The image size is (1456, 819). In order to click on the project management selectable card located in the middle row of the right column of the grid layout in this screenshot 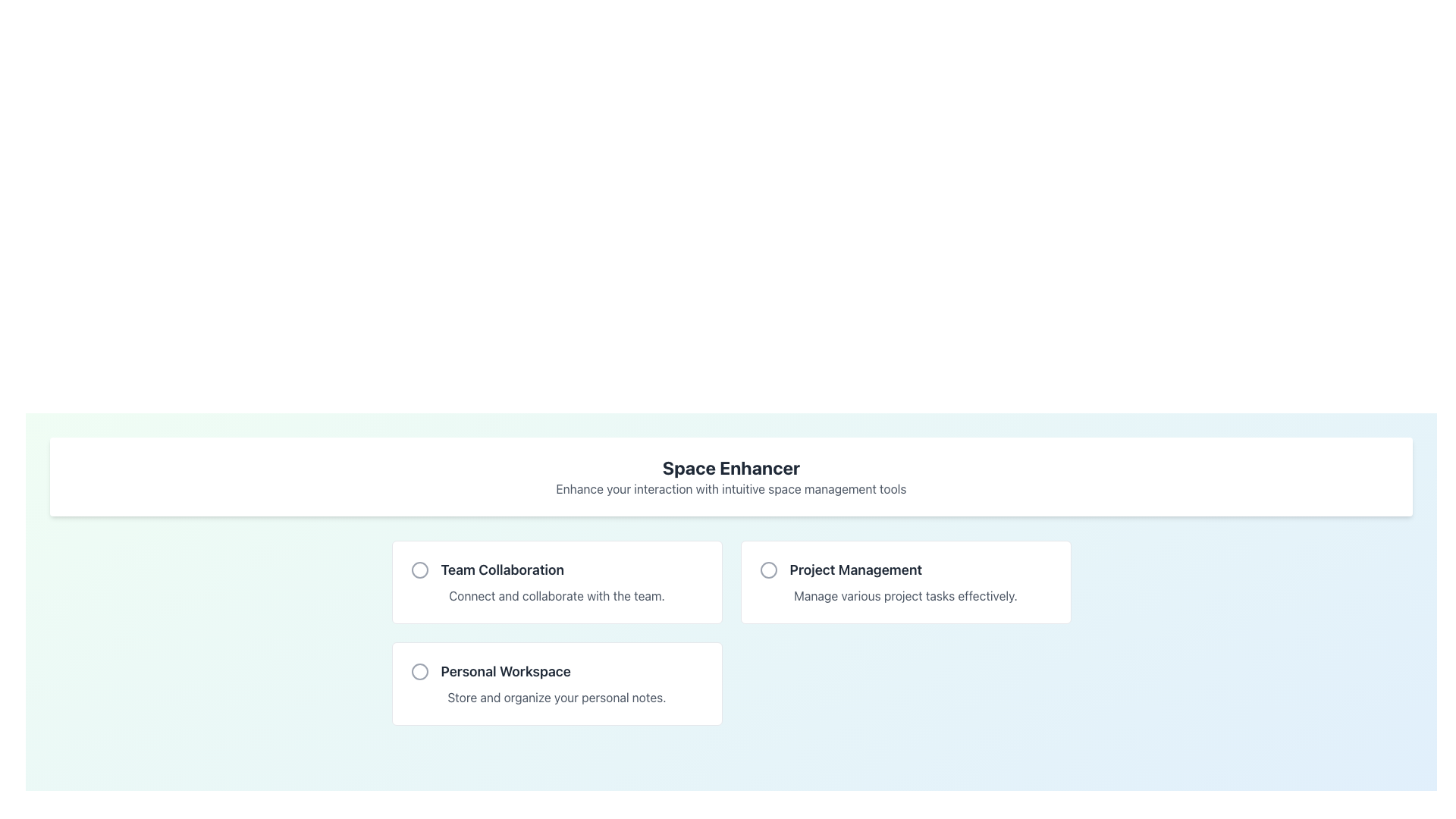, I will do `click(905, 581)`.